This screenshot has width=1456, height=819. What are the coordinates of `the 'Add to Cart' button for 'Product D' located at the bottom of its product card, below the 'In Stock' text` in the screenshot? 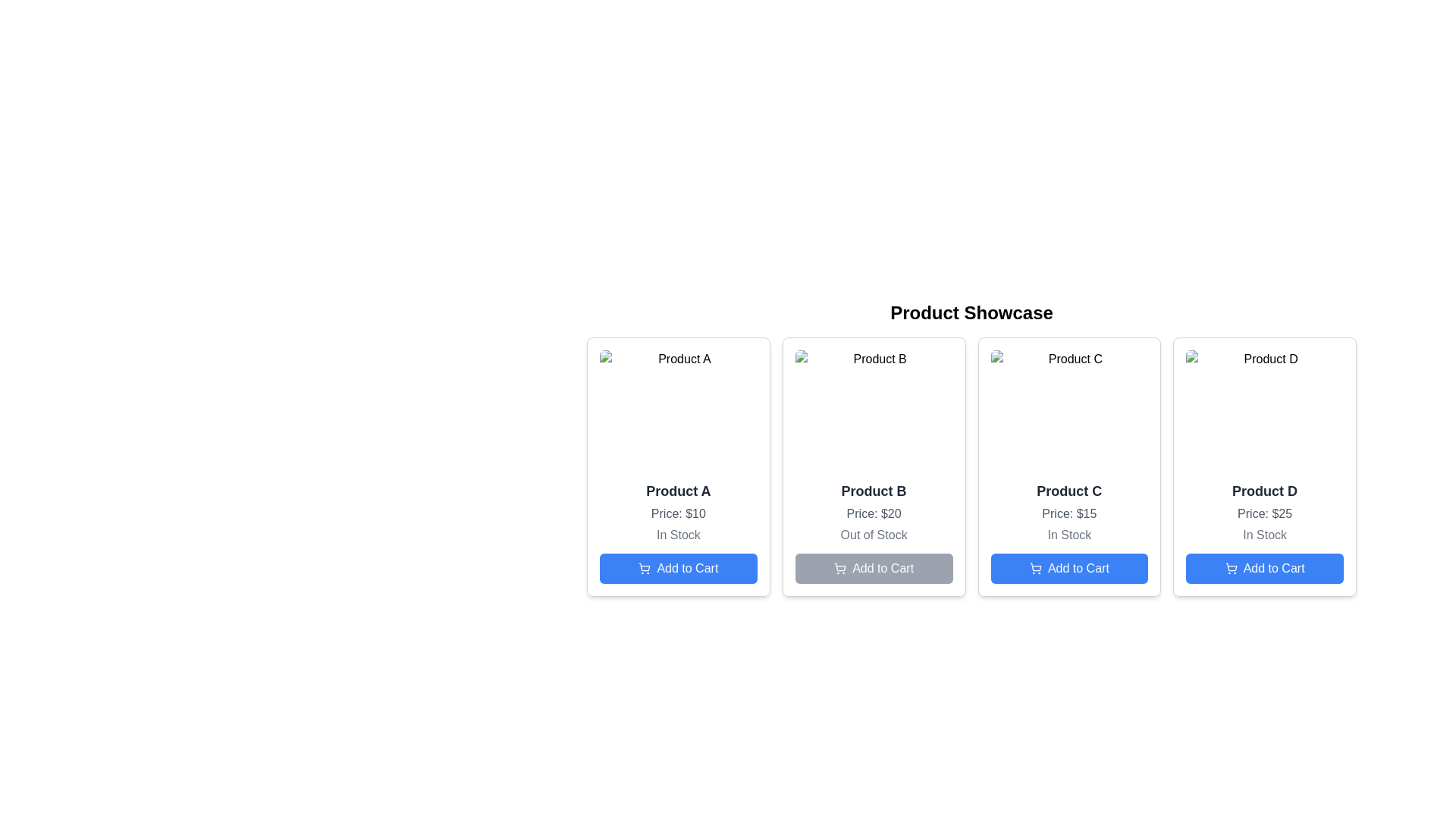 It's located at (1265, 568).